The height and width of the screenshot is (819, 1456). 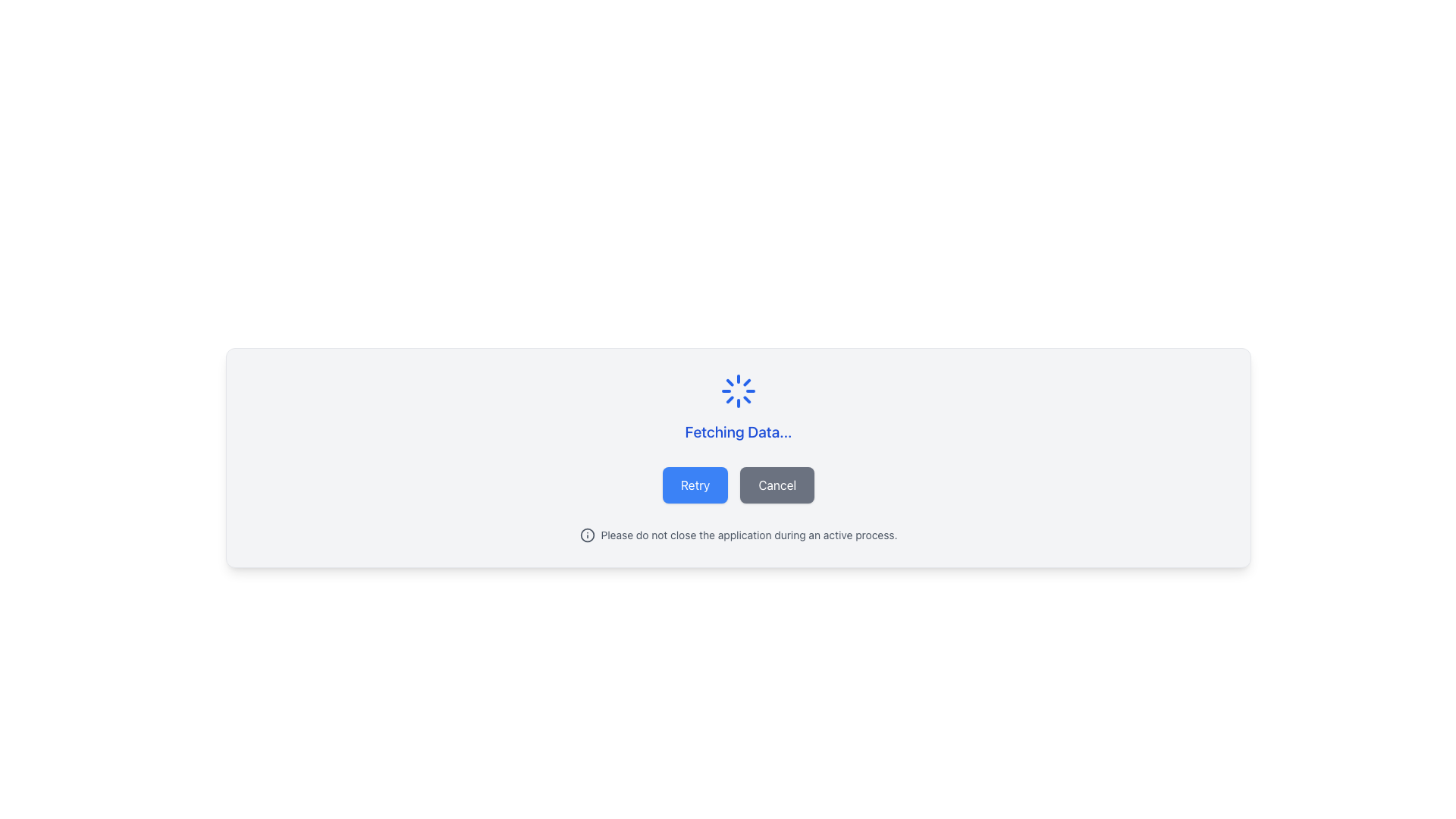 What do you see at coordinates (739, 391) in the screenshot?
I see `the blue circular loading spinner located above the text 'Fetching Data...'` at bounding box center [739, 391].